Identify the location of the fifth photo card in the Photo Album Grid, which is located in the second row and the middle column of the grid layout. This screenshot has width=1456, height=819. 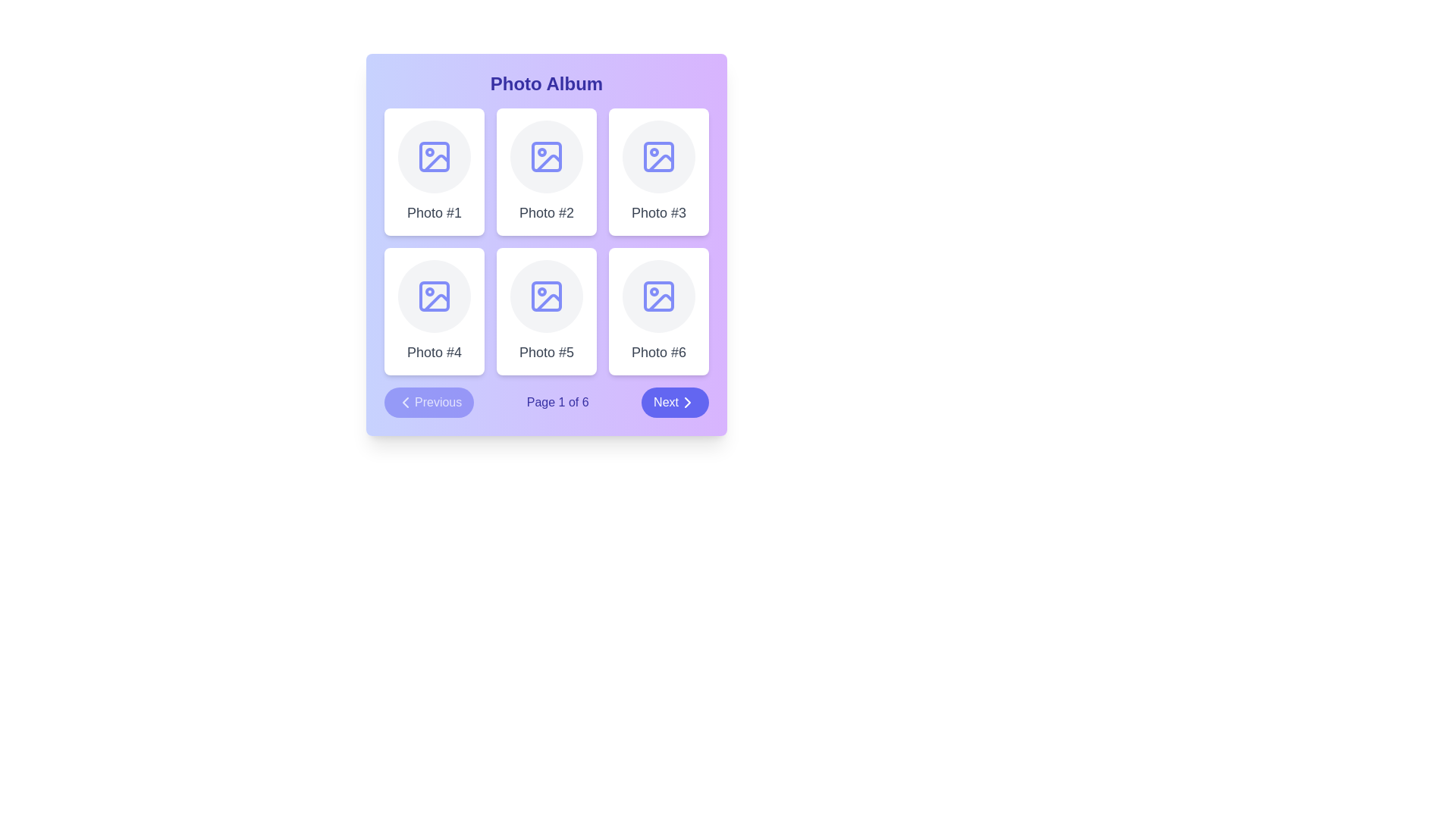
(546, 244).